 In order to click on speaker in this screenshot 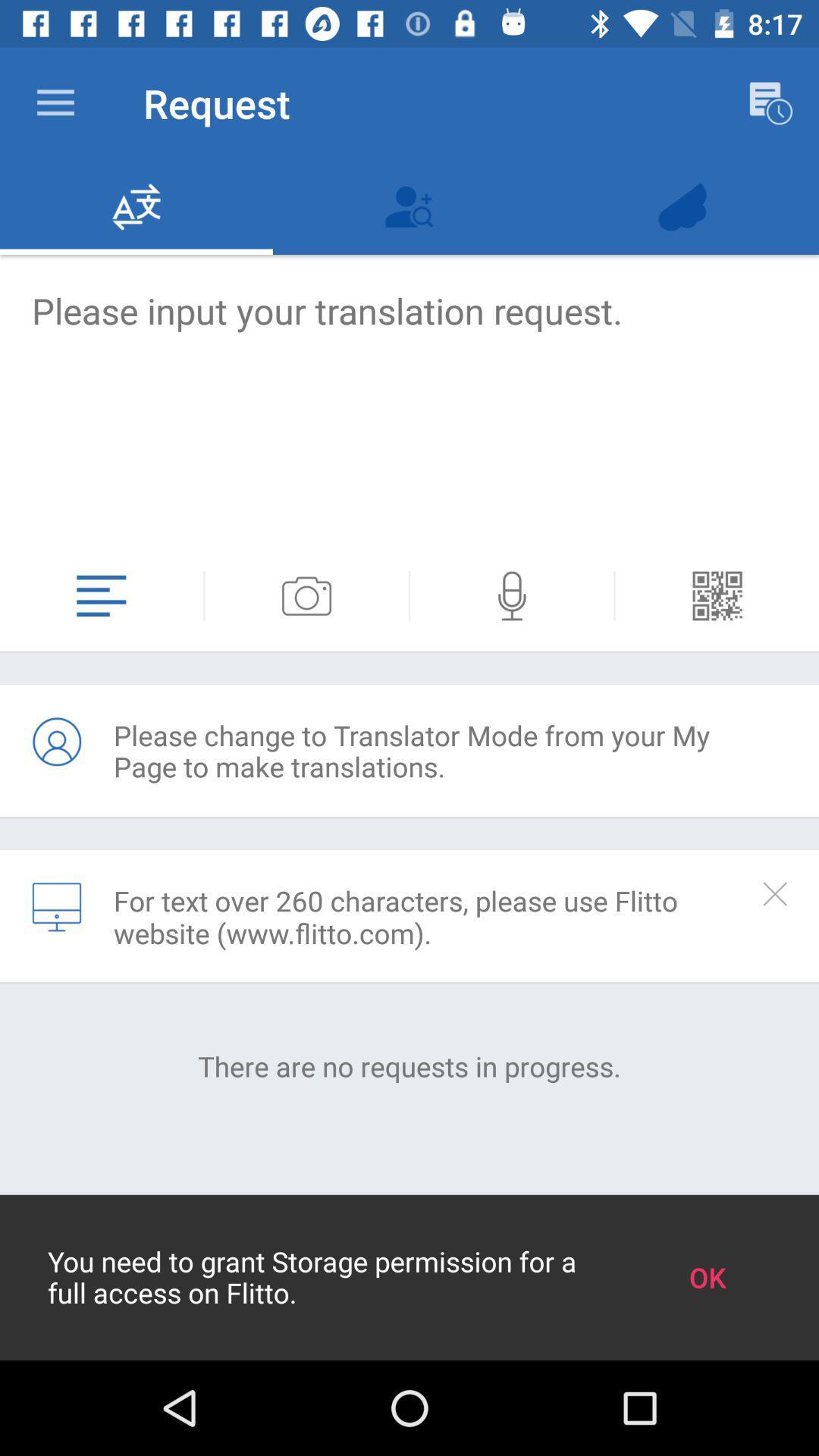, I will do `click(512, 595)`.